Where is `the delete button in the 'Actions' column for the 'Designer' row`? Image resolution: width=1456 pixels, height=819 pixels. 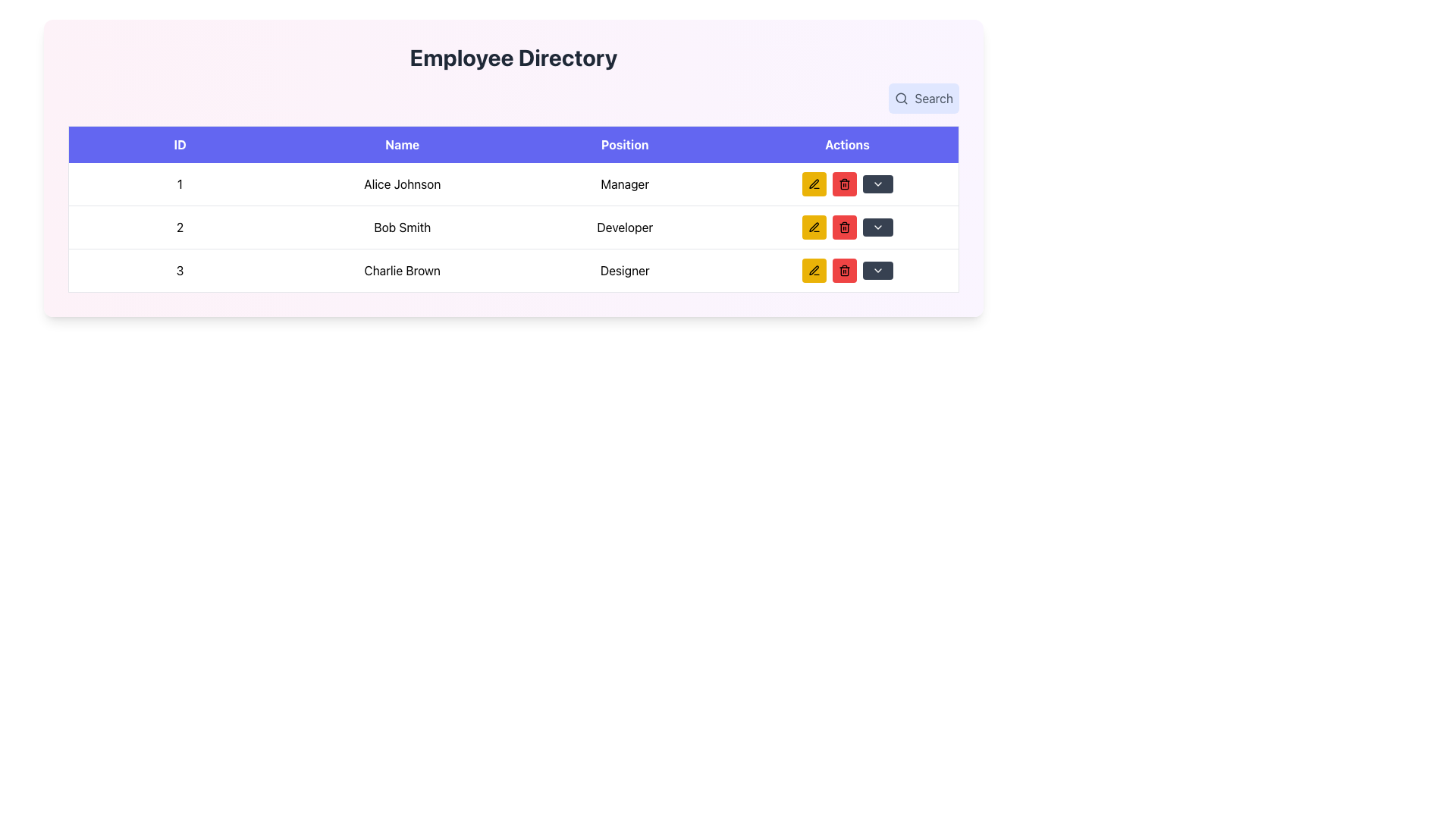 the delete button in the 'Actions' column for the 'Designer' row is located at coordinates (843, 270).